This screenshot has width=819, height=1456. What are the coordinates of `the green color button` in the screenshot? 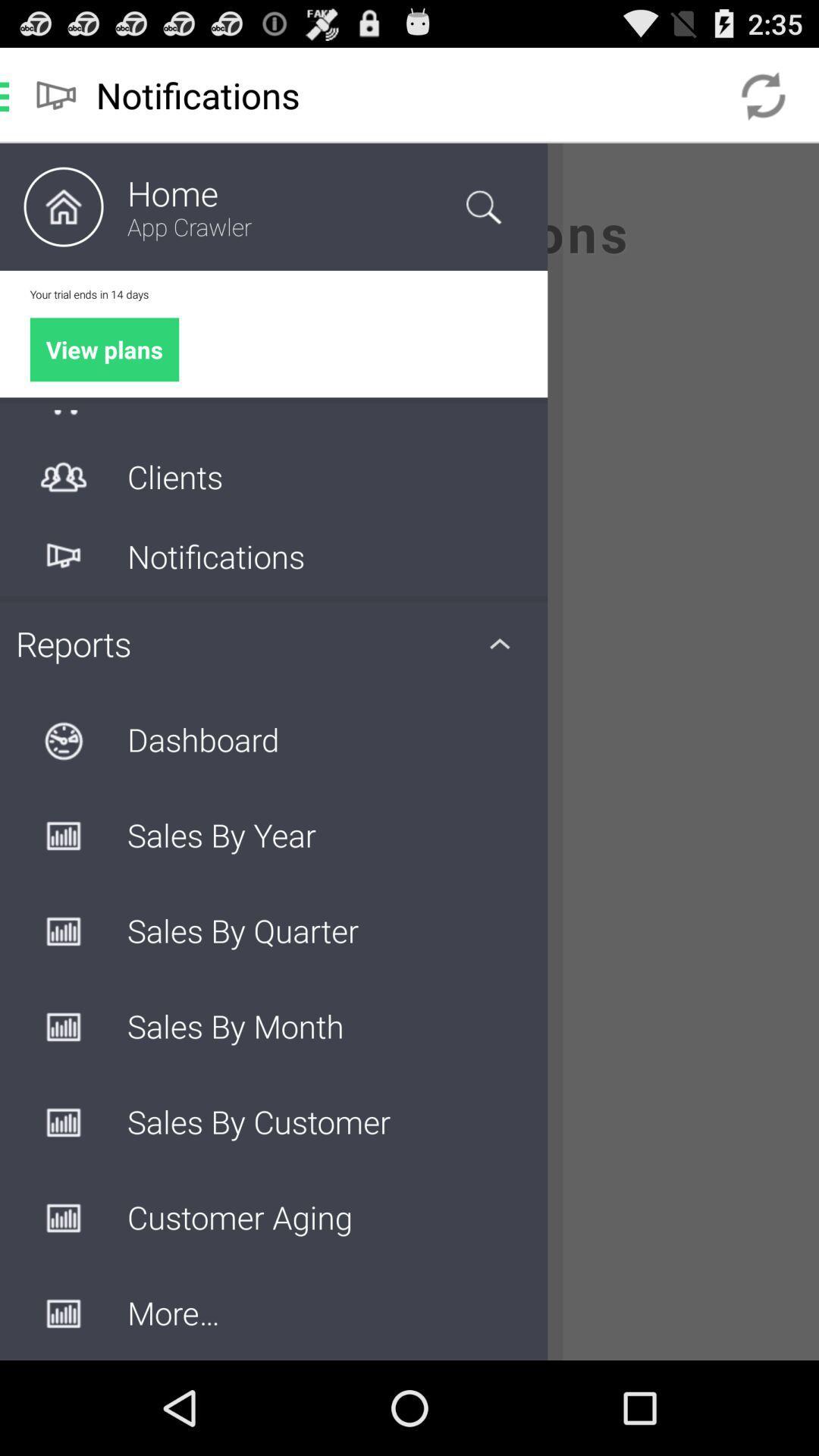 It's located at (104, 348).